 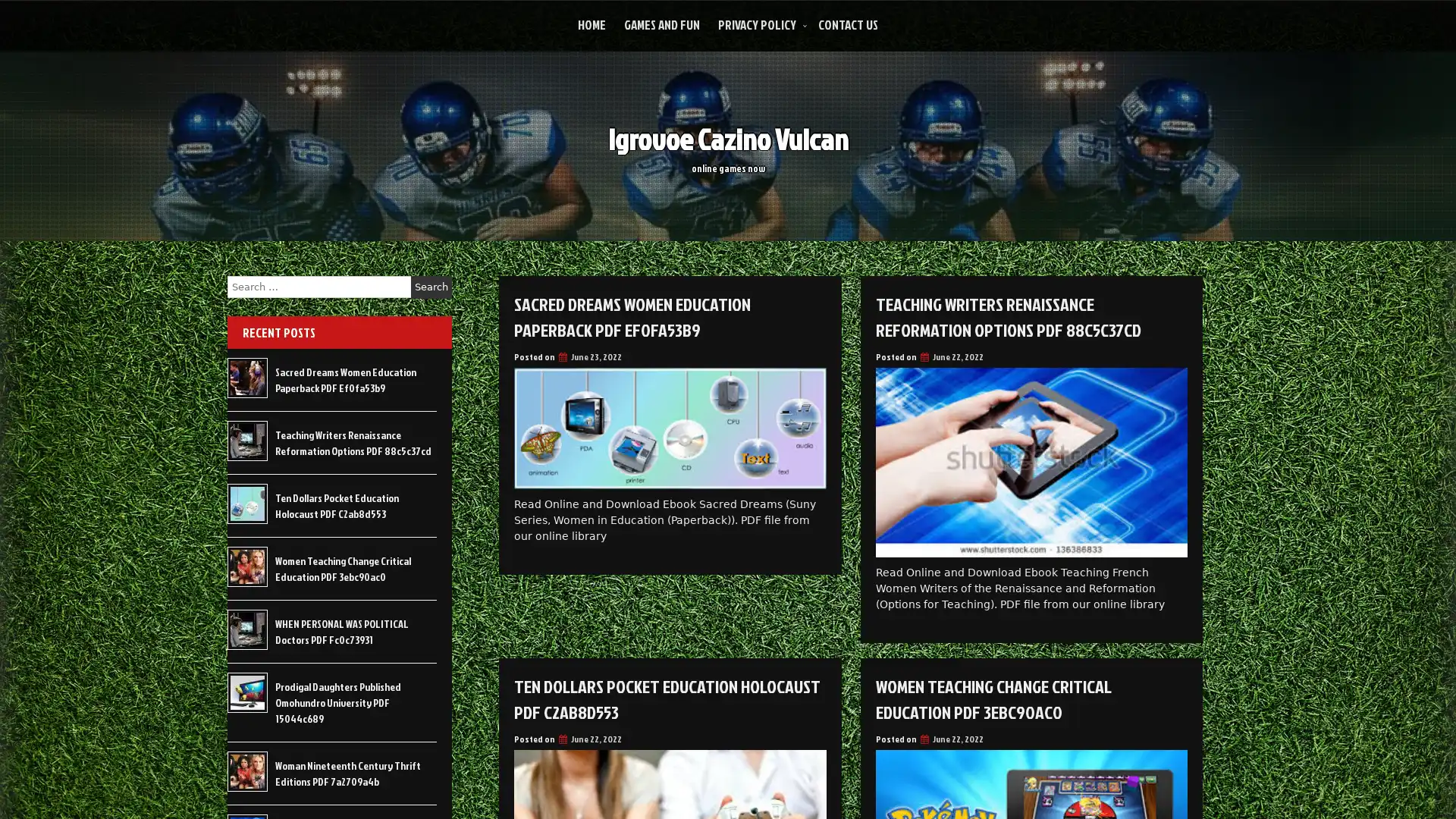 What do you see at coordinates (431, 287) in the screenshot?
I see `Search` at bounding box center [431, 287].